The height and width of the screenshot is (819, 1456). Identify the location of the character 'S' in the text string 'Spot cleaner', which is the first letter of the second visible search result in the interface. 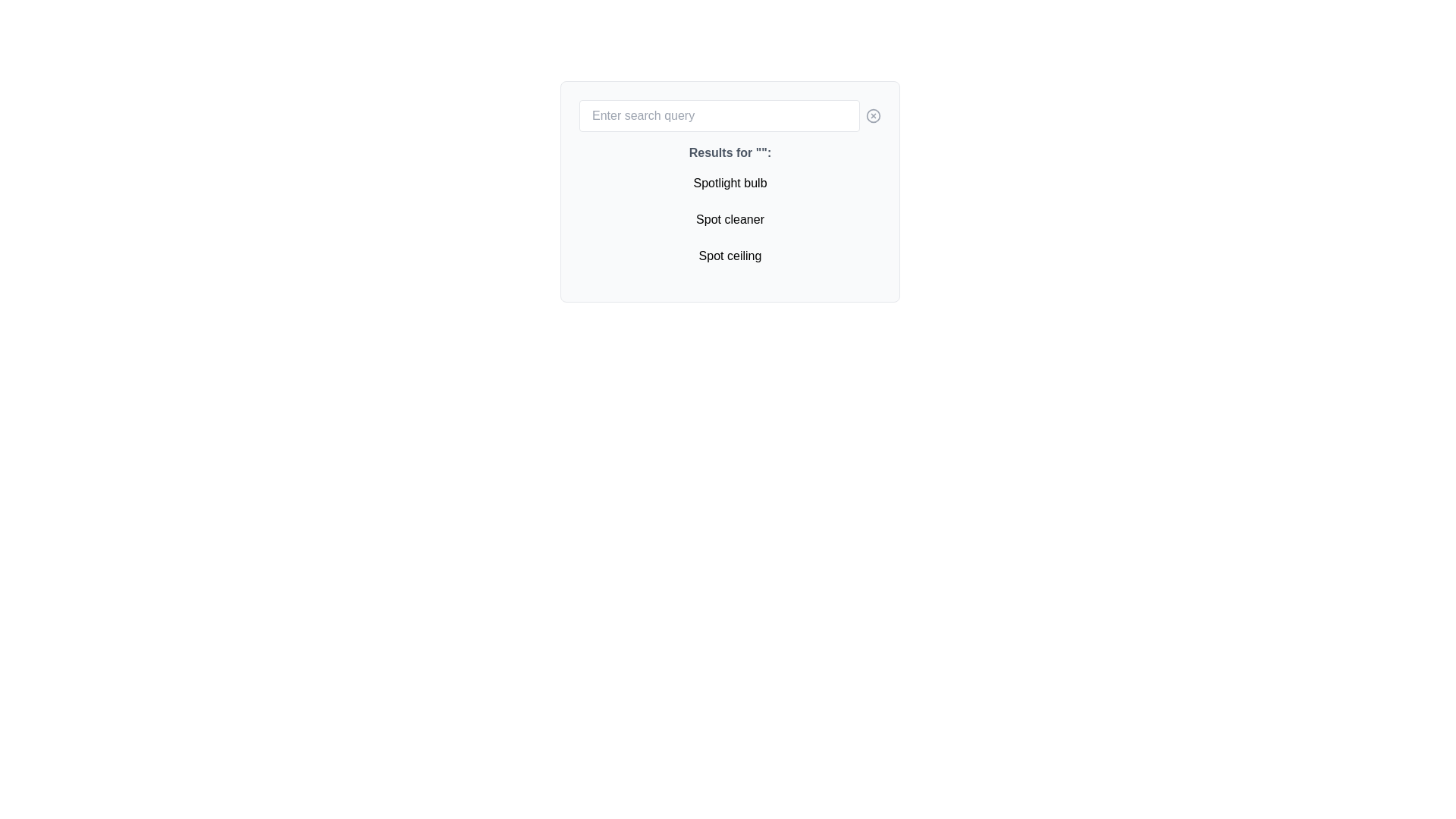
(699, 219).